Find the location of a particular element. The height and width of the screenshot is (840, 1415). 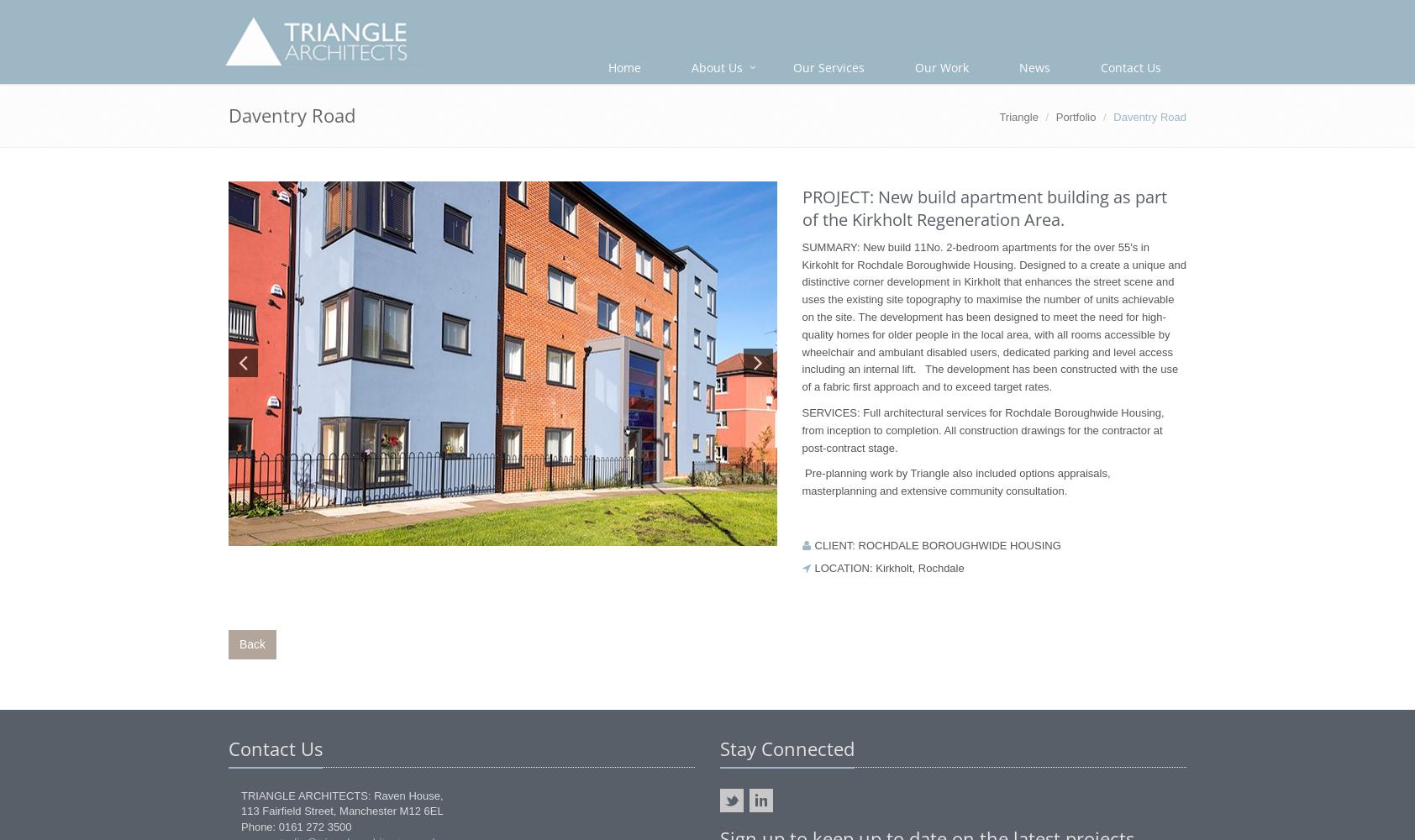

'Our Services' is located at coordinates (792, 66).